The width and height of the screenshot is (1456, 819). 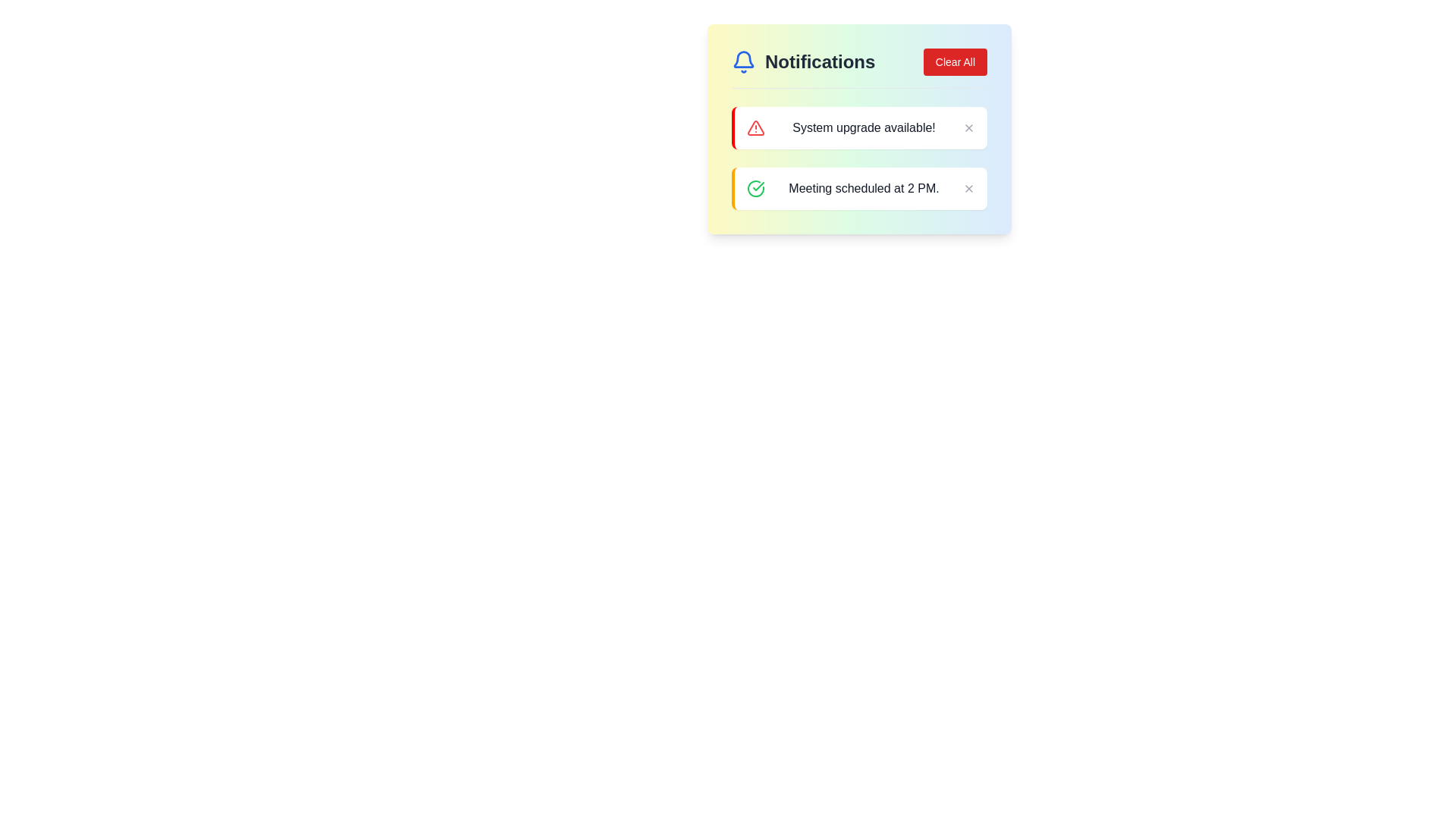 What do you see at coordinates (802, 61) in the screenshot?
I see `the 'Notifications' header element, which includes a bell icon and bold, dark gray text` at bounding box center [802, 61].